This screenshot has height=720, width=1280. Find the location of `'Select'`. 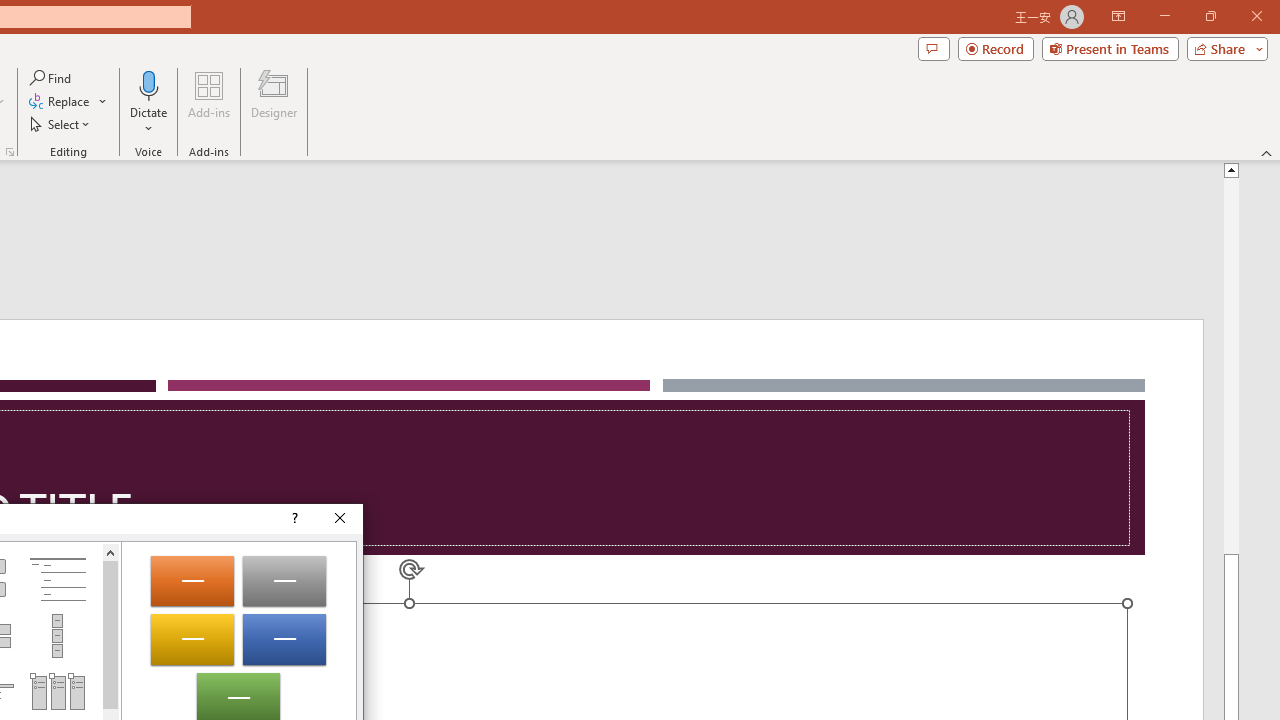

'Select' is located at coordinates (61, 124).